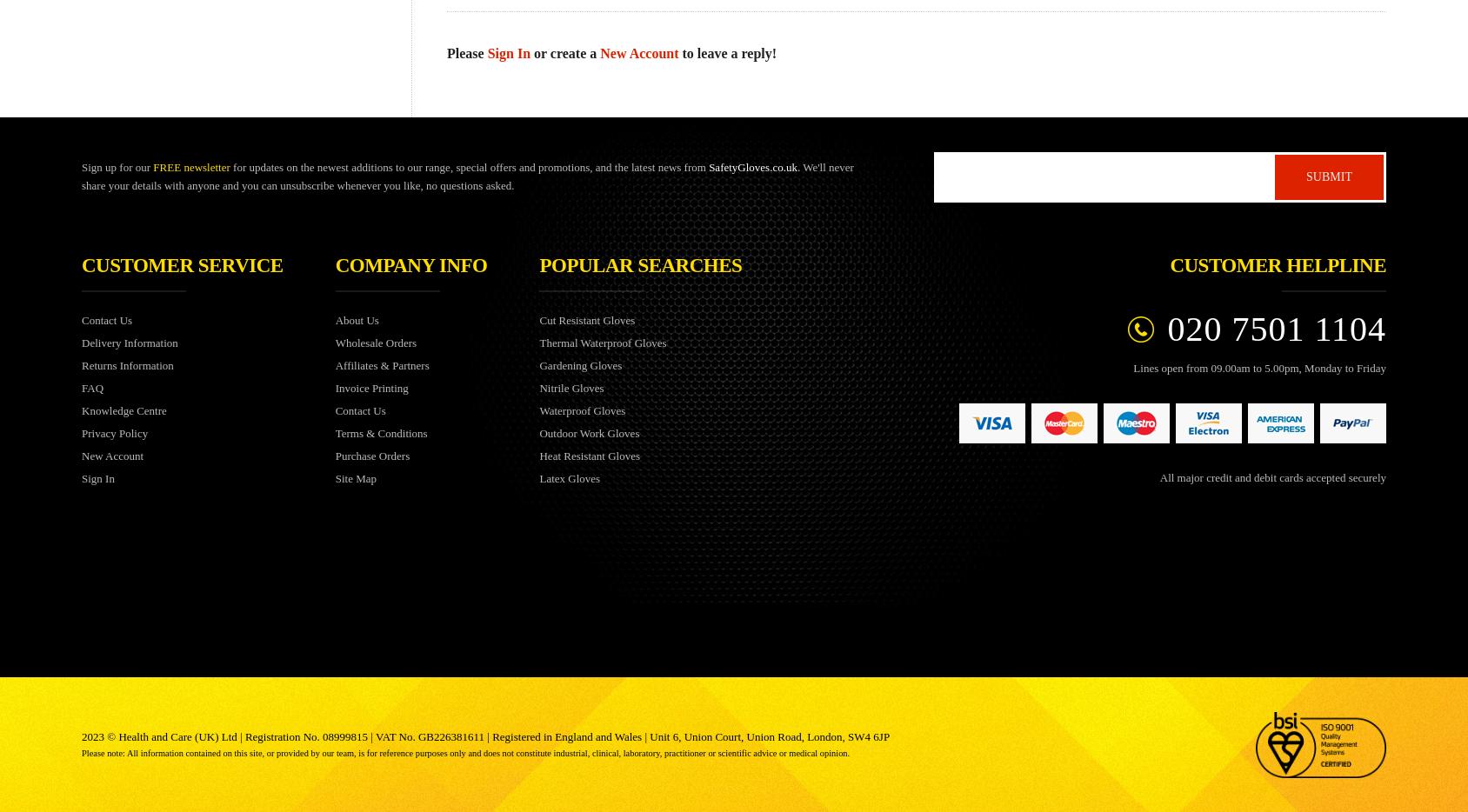  What do you see at coordinates (356, 477) in the screenshot?
I see `'Site Map'` at bounding box center [356, 477].